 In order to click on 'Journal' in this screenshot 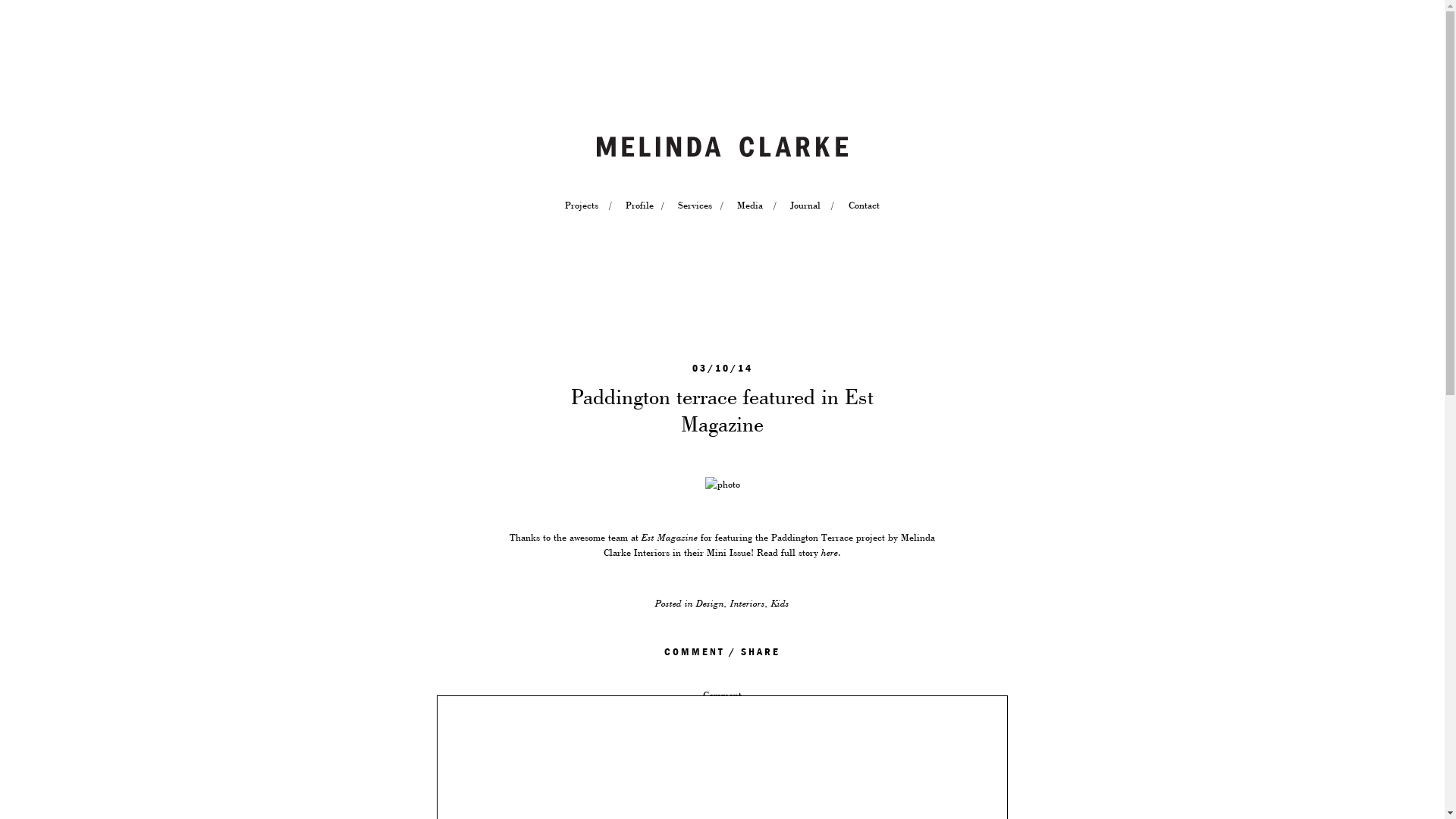, I will do `click(804, 205)`.